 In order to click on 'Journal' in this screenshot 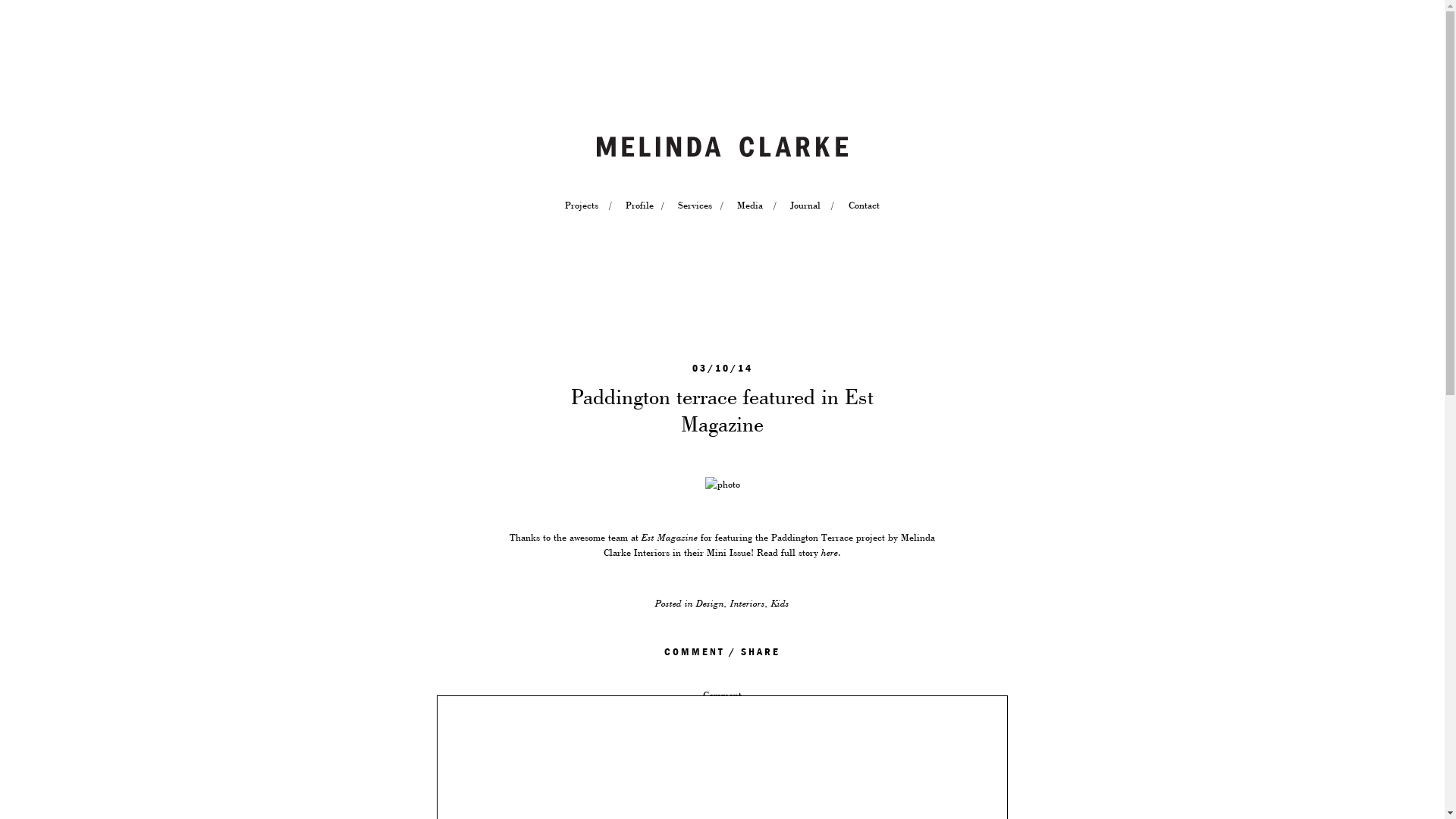, I will do `click(804, 205)`.